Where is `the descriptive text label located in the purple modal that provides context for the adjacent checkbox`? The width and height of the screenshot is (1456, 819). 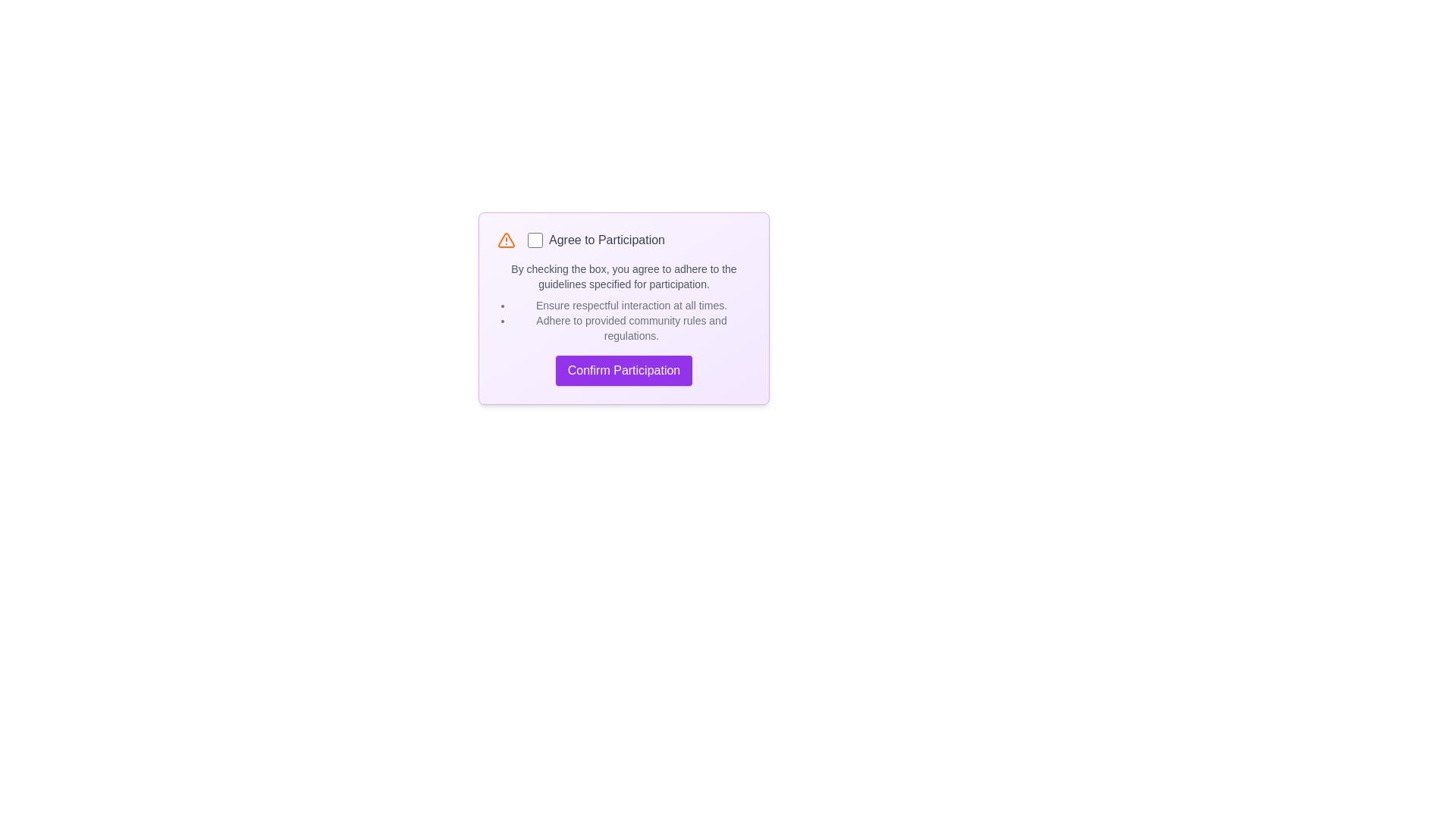 the descriptive text label located in the purple modal that provides context for the adjacent checkbox is located at coordinates (595, 239).